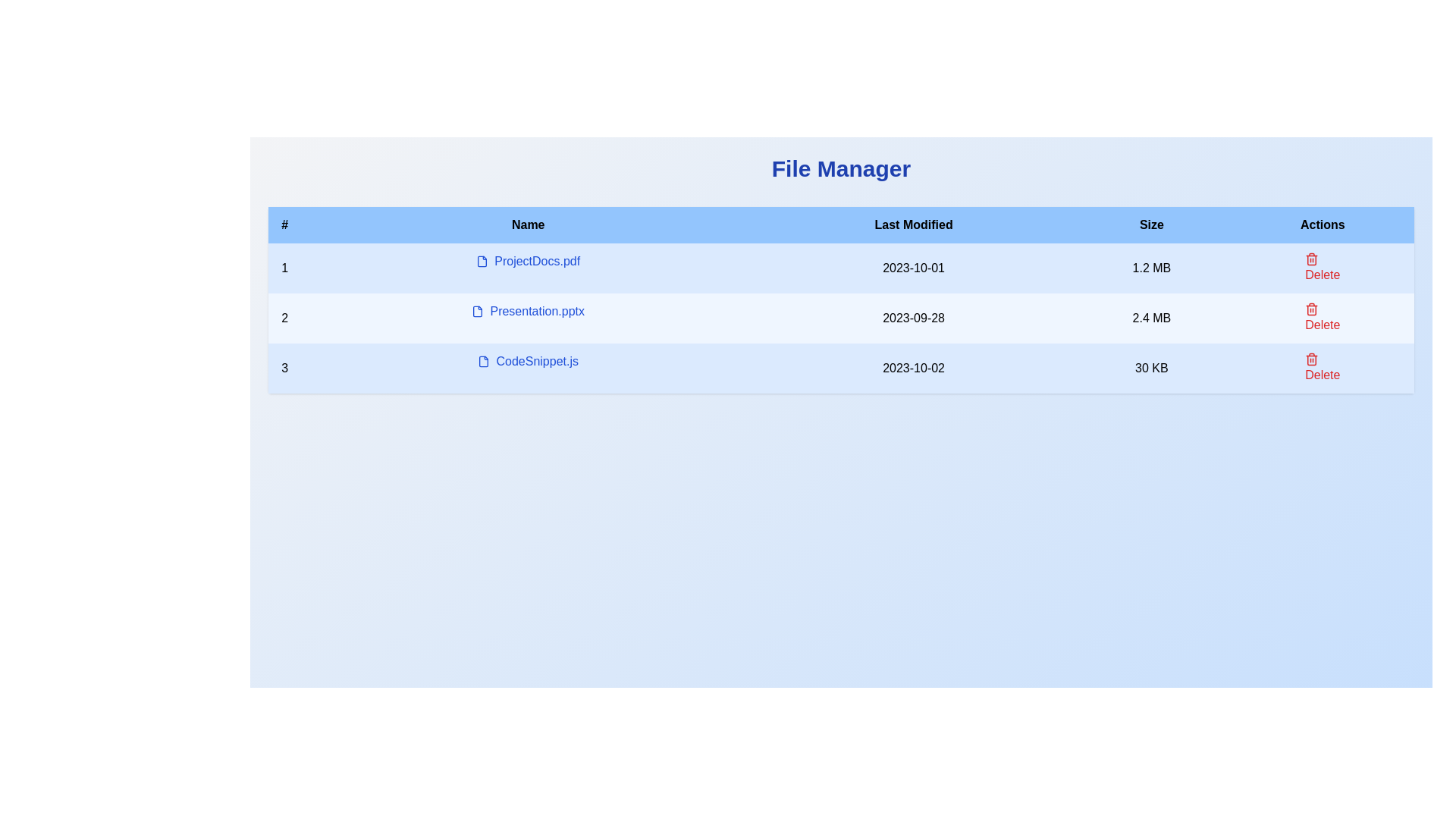 This screenshot has width=1456, height=819. Describe the element at coordinates (1322, 369) in the screenshot. I see `the red 'Delete' button featuring a trash bin icon in the last row of the 'Actions' column in the 'File Manager'` at that location.